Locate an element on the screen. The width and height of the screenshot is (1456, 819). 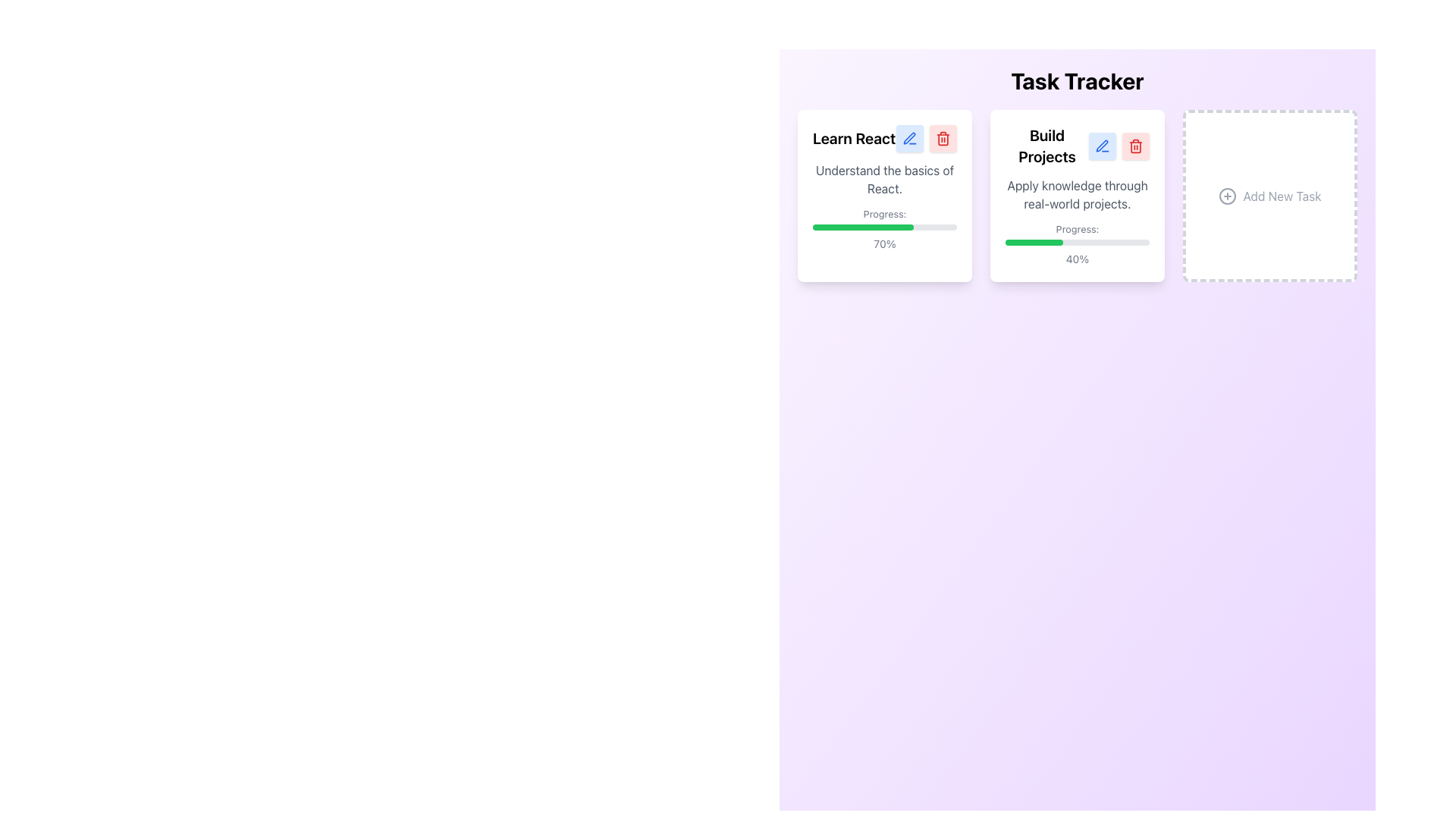
the 'Learn React' text label, which serves as the title for the card in the Task Tracker section is located at coordinates (854, 138).